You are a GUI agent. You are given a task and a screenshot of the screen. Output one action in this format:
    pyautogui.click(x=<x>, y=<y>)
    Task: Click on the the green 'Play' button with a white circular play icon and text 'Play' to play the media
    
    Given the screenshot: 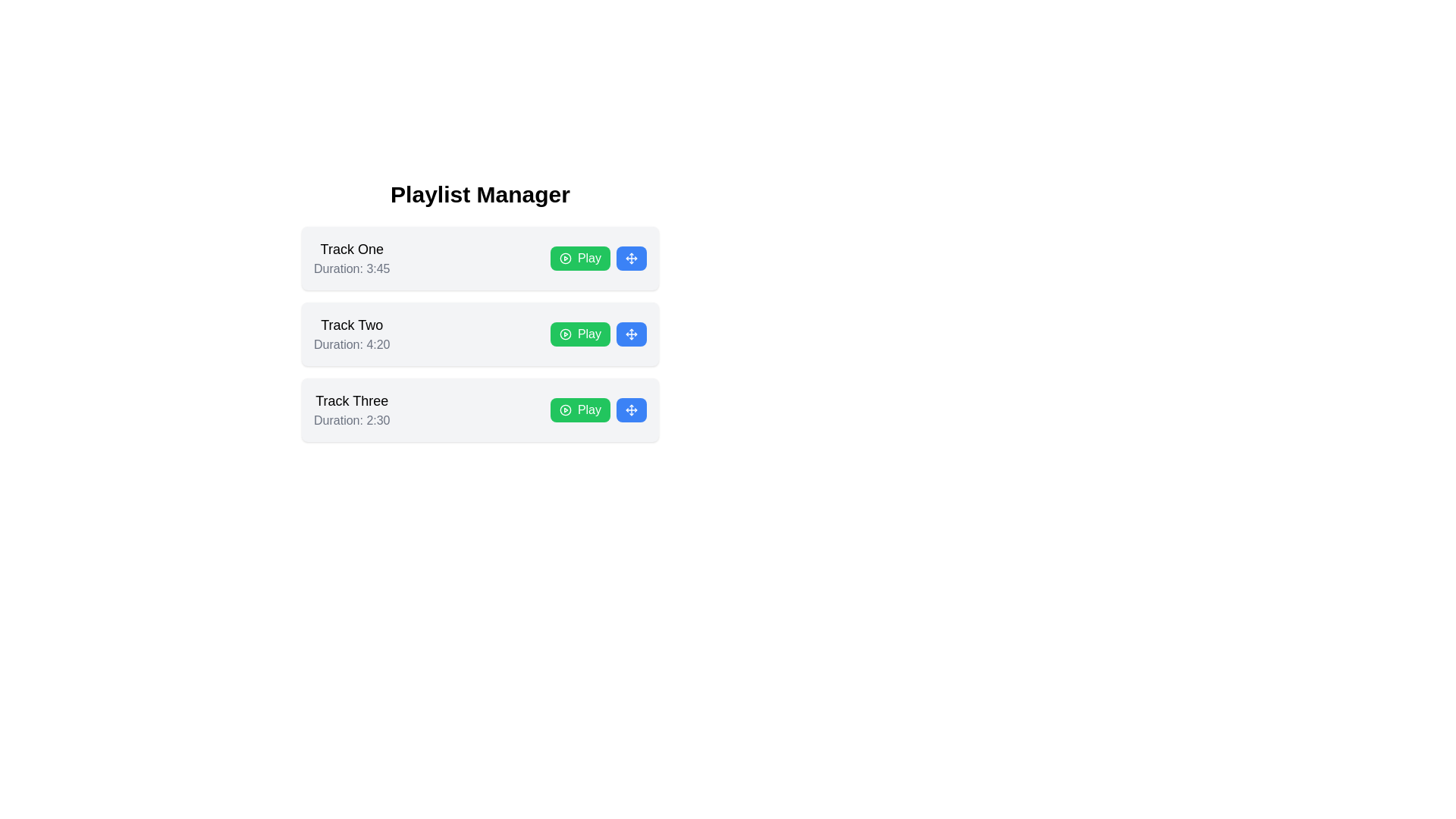 What is the action you would take?
    pyautogui.click(x=579, y=333)
    